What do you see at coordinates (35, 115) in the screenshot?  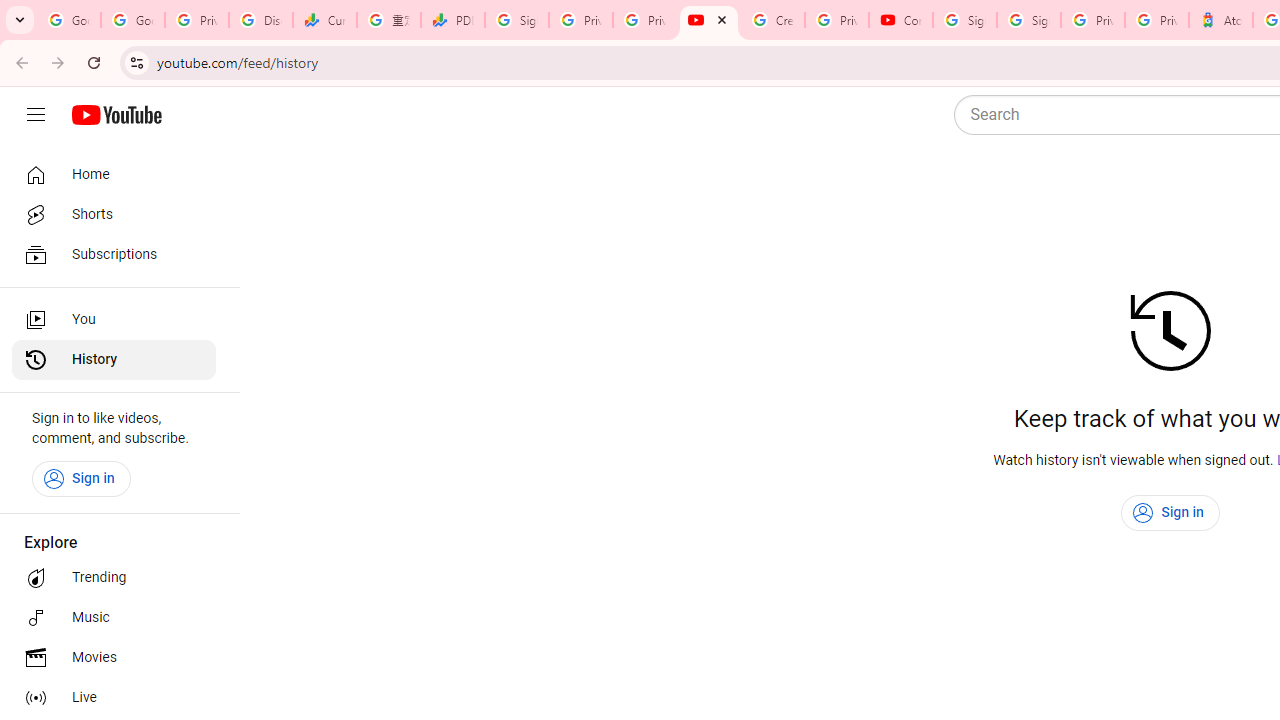 I see `'Guide'` at bounding box center [35, 115].